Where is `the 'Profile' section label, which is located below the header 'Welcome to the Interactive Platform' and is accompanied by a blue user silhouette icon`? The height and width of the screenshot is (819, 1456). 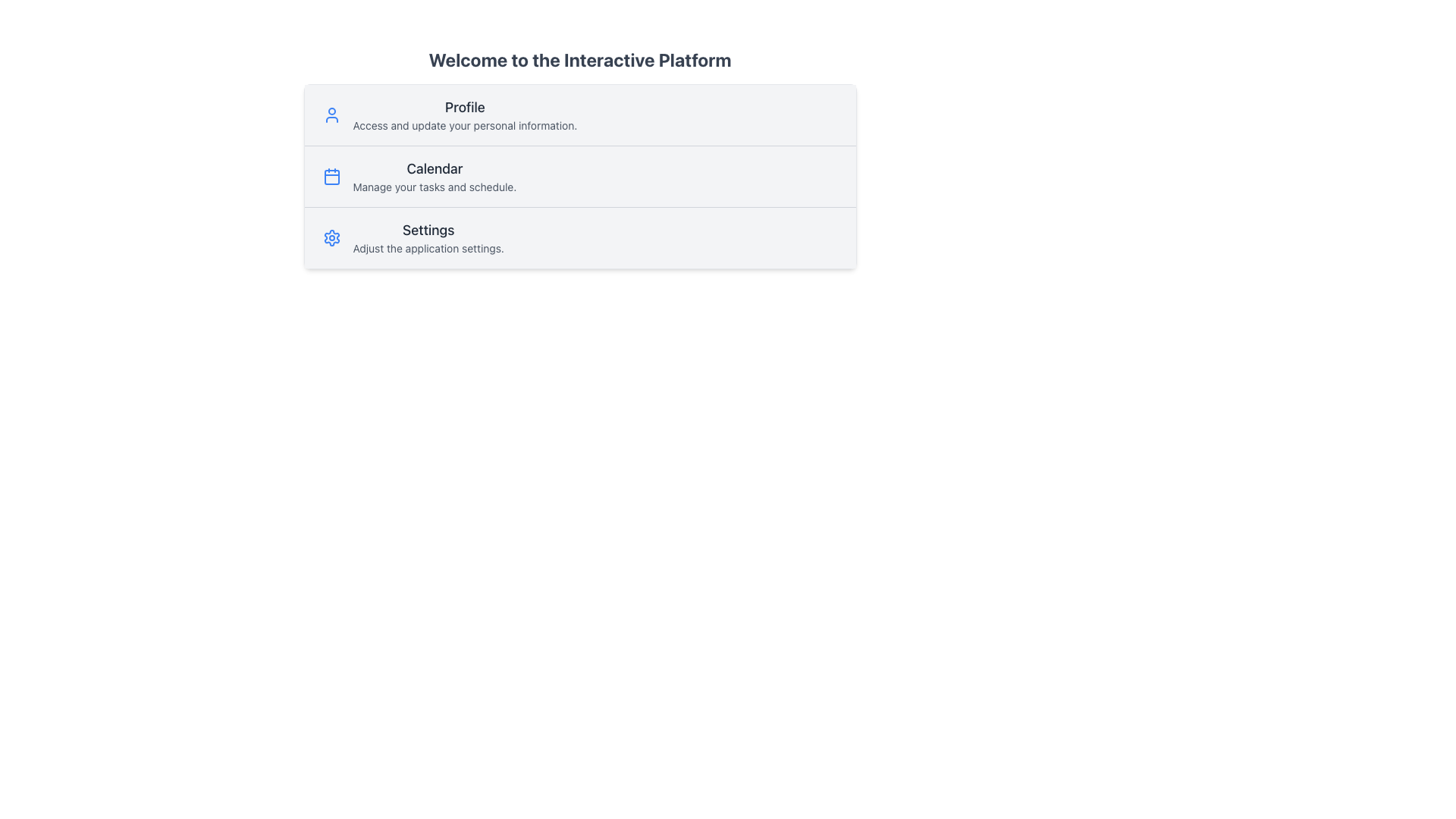 the 'Profile' section label, which is located below the header 'Welcome to the Interactive Platform' and is accompanied by a blue user silhouette icon is located at coordinates (464, 114).